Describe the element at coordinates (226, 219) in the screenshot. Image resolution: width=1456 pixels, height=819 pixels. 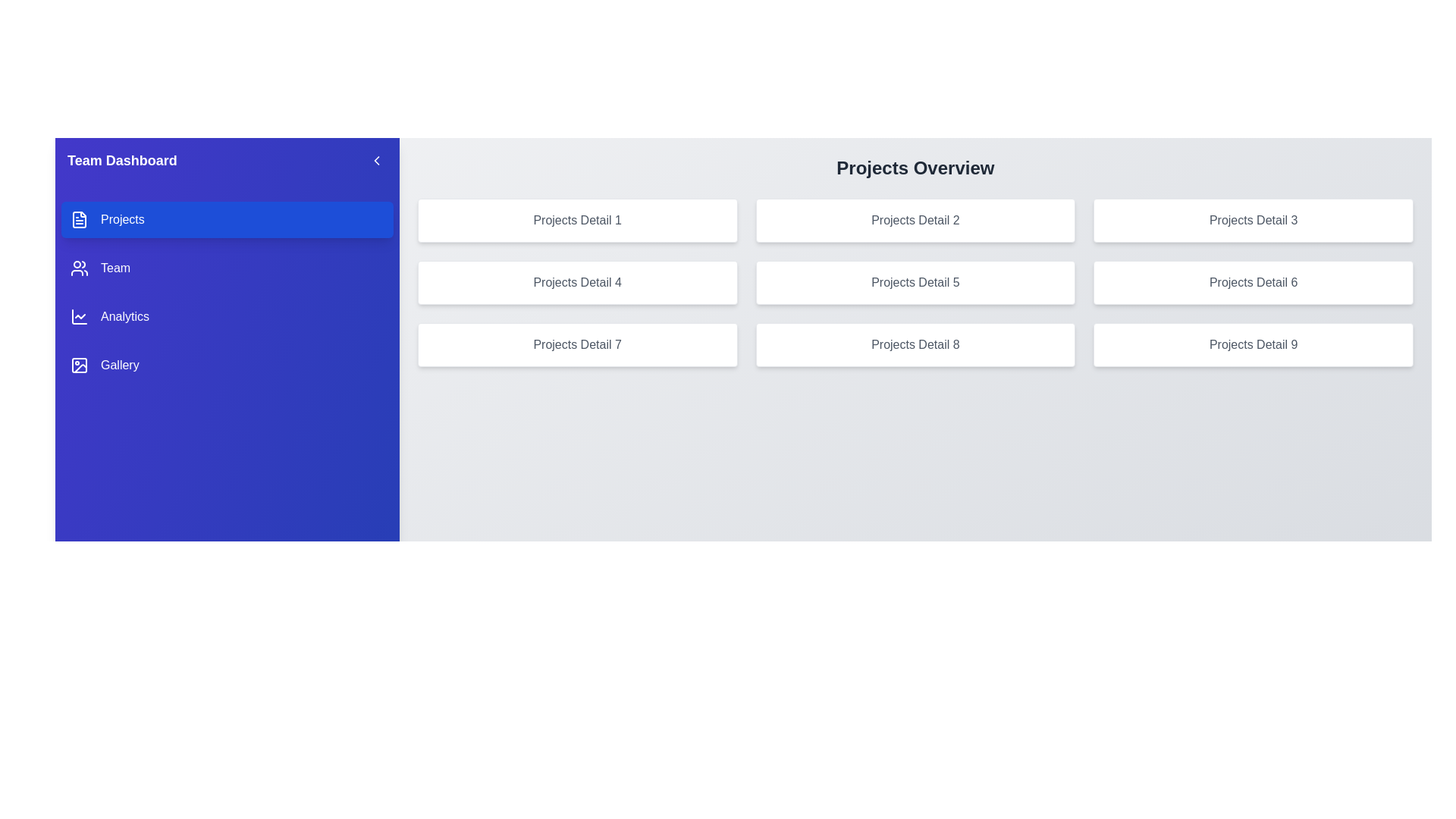
I see `the category Projects from the sidebar menu` at that location.